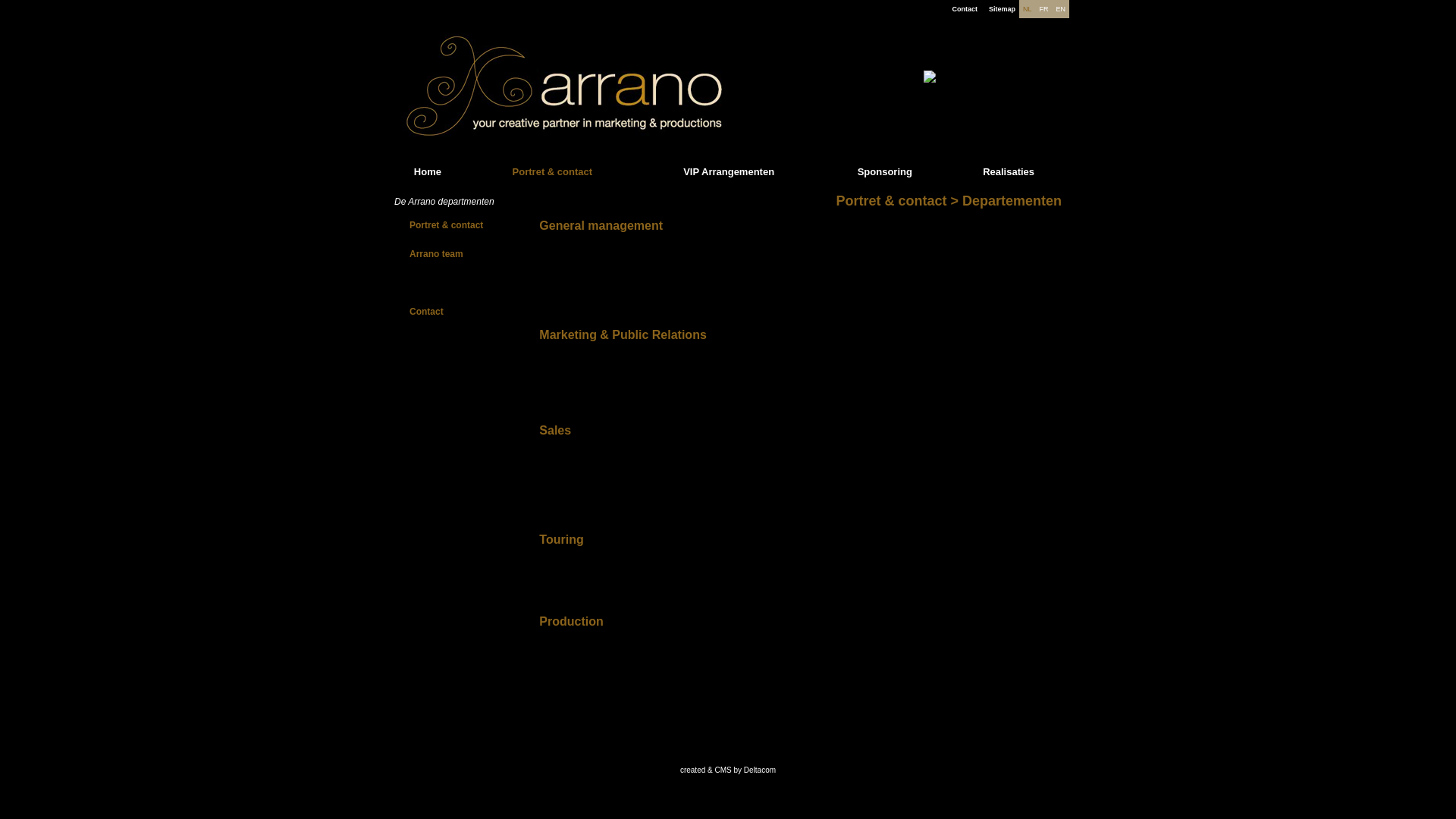 The height and width of the screenshot is (819, 1456). I want to click on 'Sponsoring', so click(884, 171).